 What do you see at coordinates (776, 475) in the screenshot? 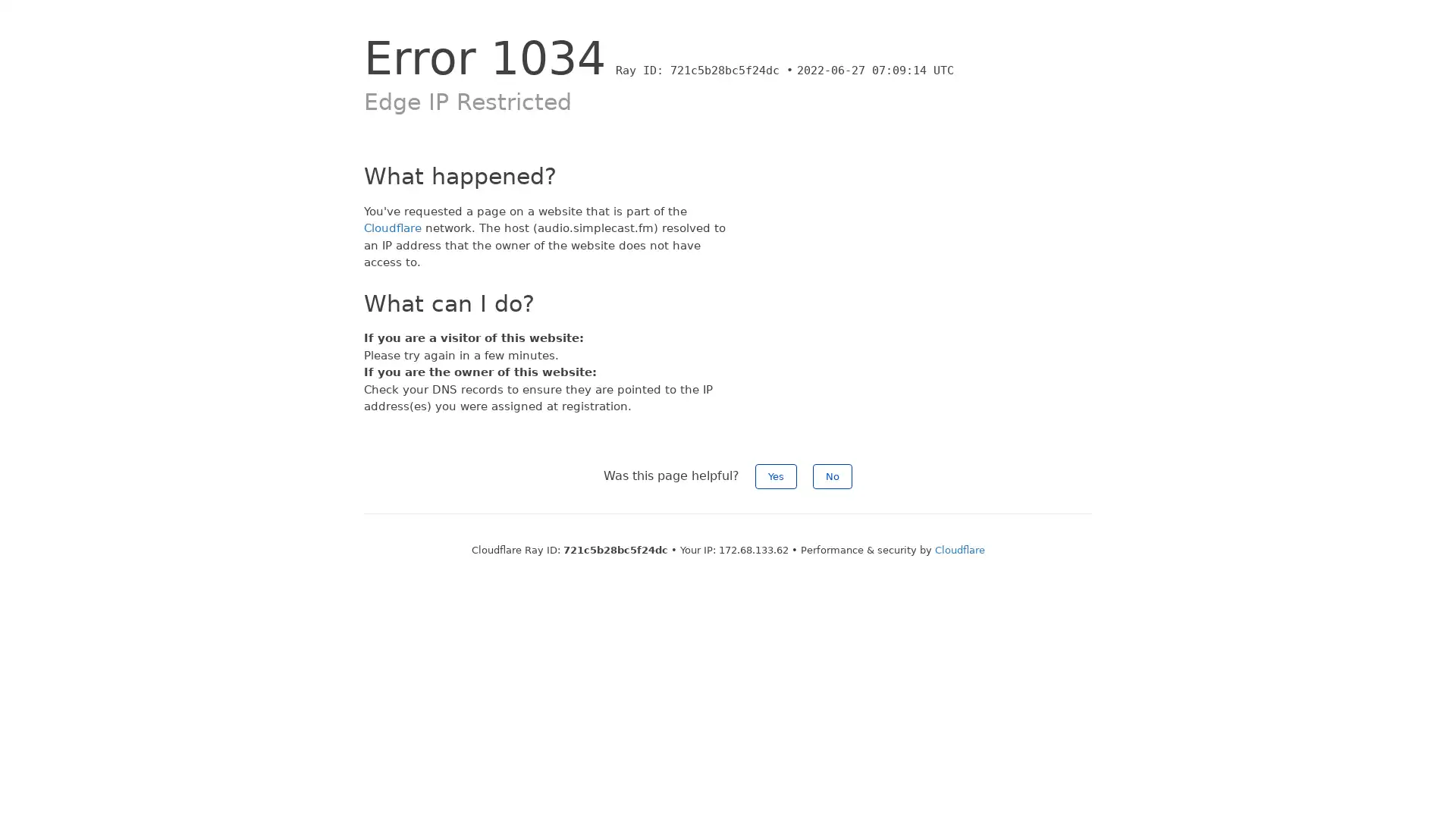
I see `Yes` at bounding box center [776, 475].